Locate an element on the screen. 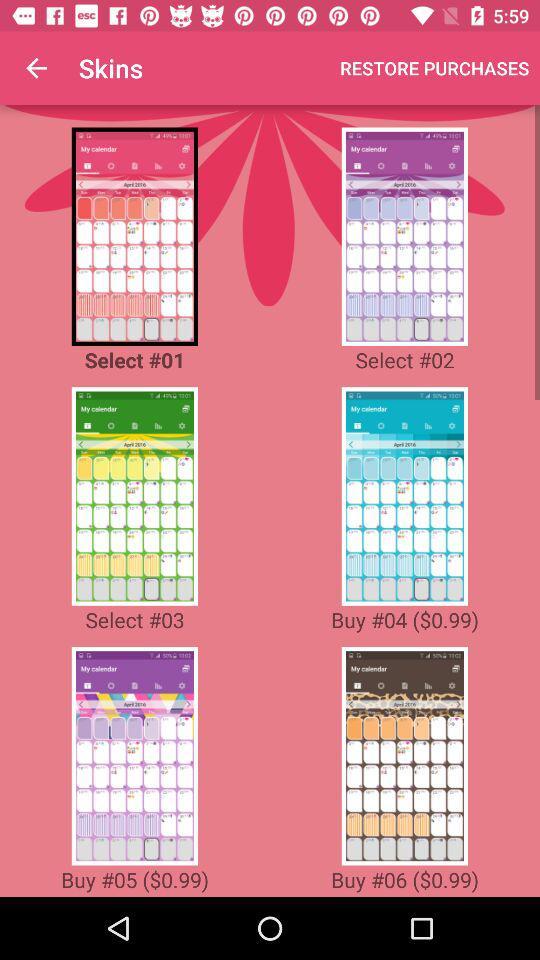 Image resolution: width=540 pixels, height=960 pixels. option is located at coordinates (404, 495).